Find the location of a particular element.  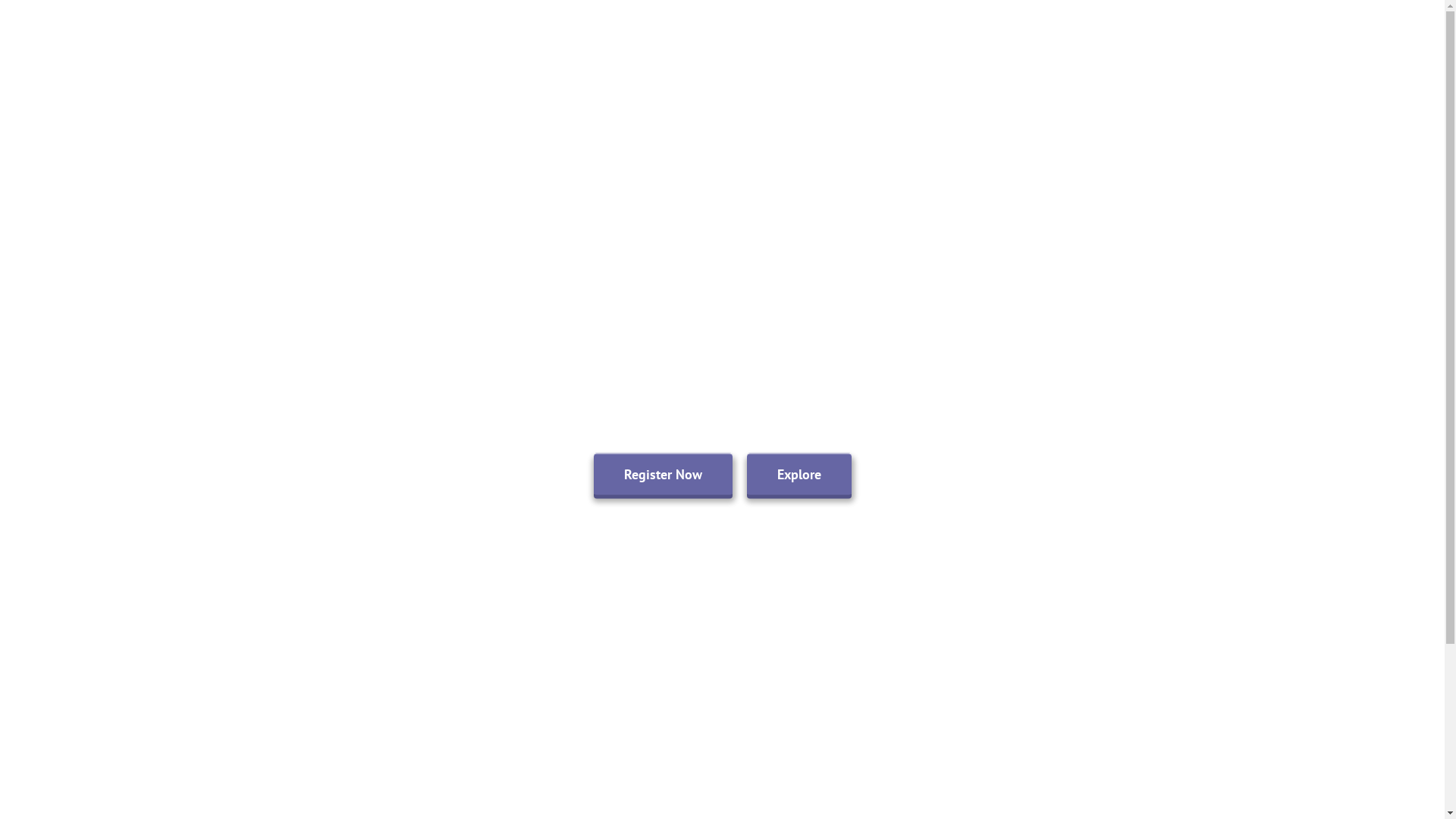

'Explore' is located at coordinates (797, 472).